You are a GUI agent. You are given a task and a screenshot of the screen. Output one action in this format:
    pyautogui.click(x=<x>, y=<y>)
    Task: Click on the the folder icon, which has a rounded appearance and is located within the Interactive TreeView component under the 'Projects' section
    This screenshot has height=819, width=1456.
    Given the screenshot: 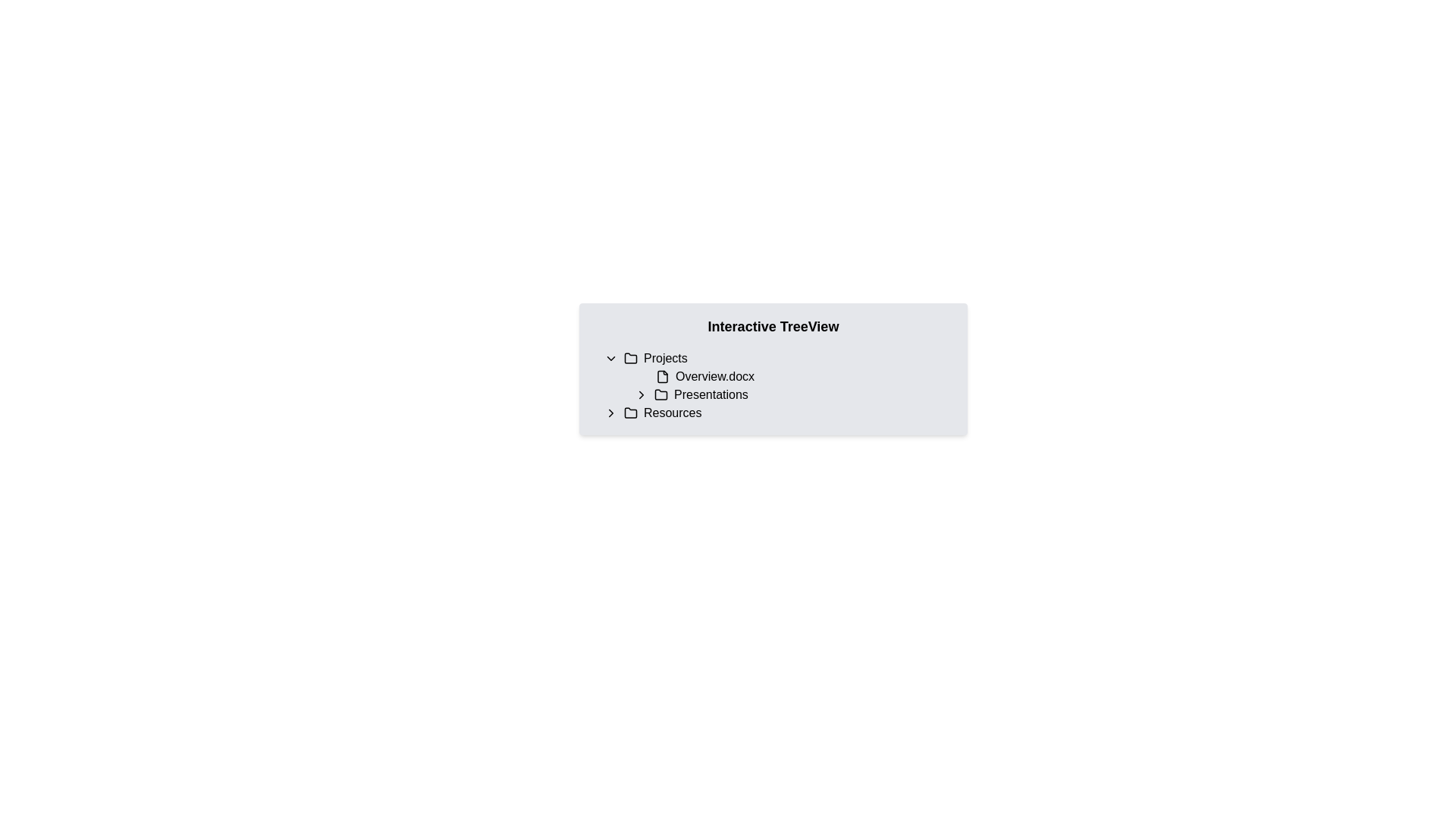 What is the action you would take?
    pyautogui.click(x=661, y=394)
    